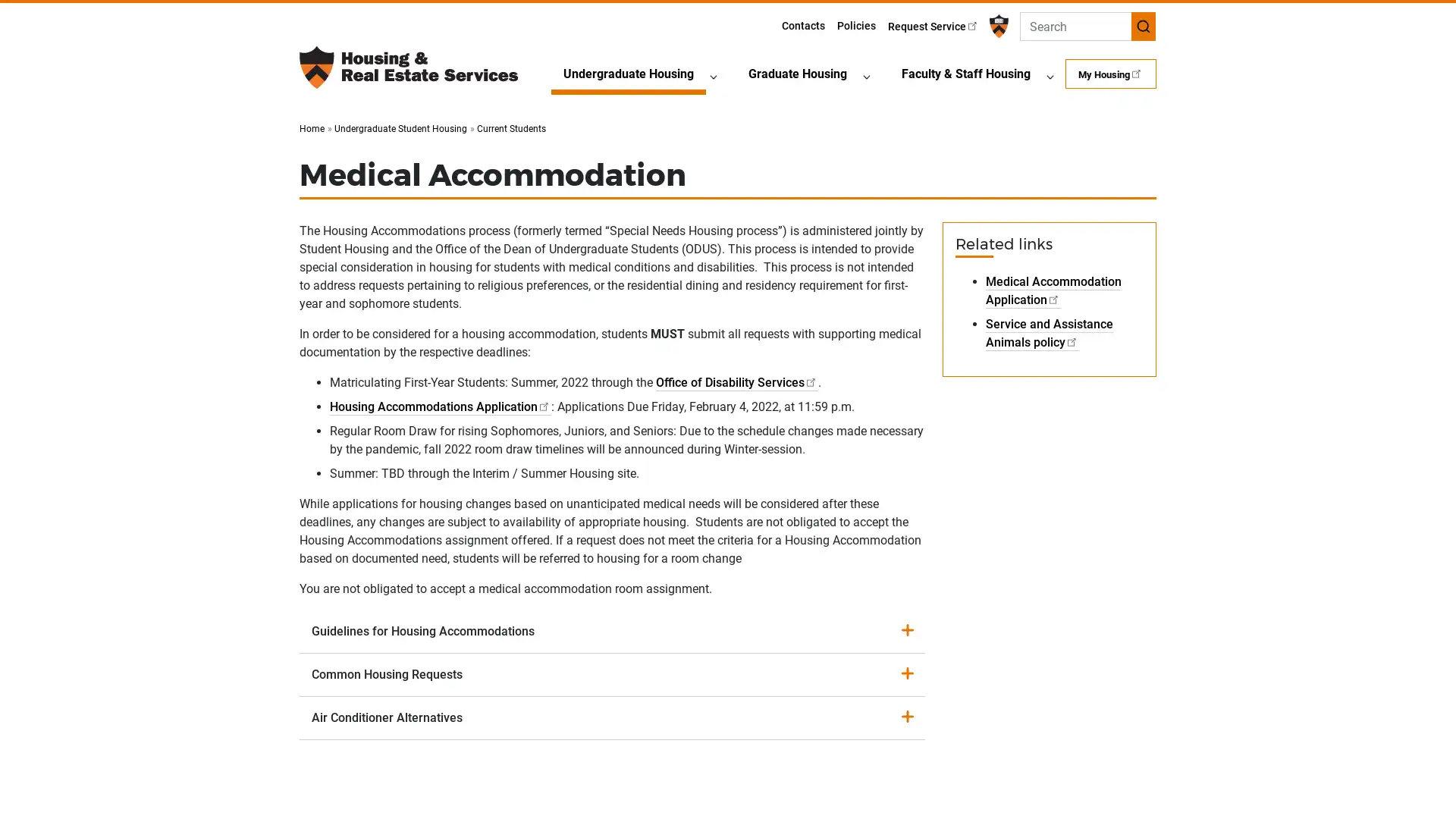 This screenshot has width=1456, height=819. I want to click on Graduate HousingSubmenu, so click(866, 77).